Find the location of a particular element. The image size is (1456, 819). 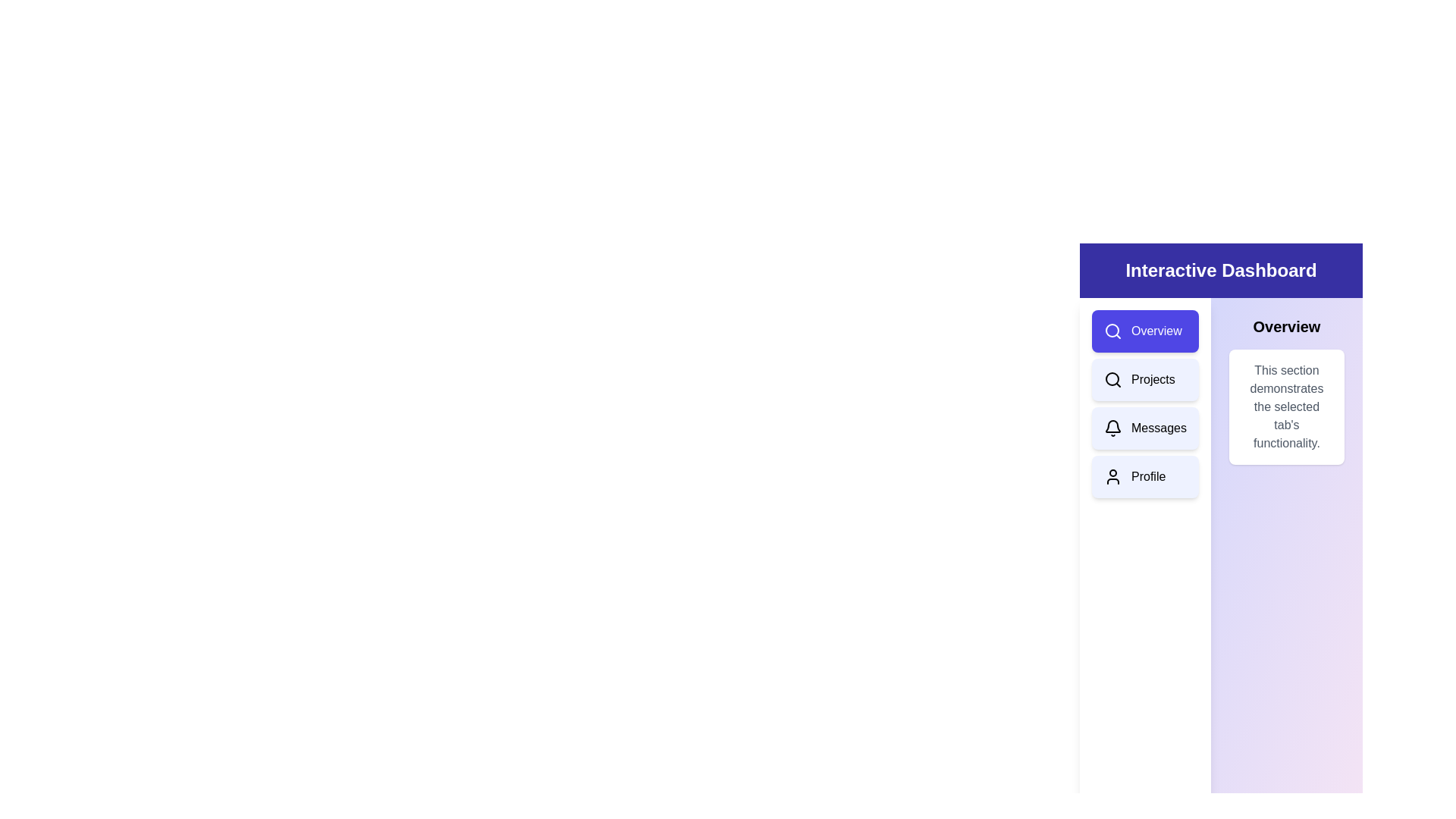

the navigation button for 'Projects' located directly below the 'Overview' button in the left side menu is located at coordinates (1145, 379).